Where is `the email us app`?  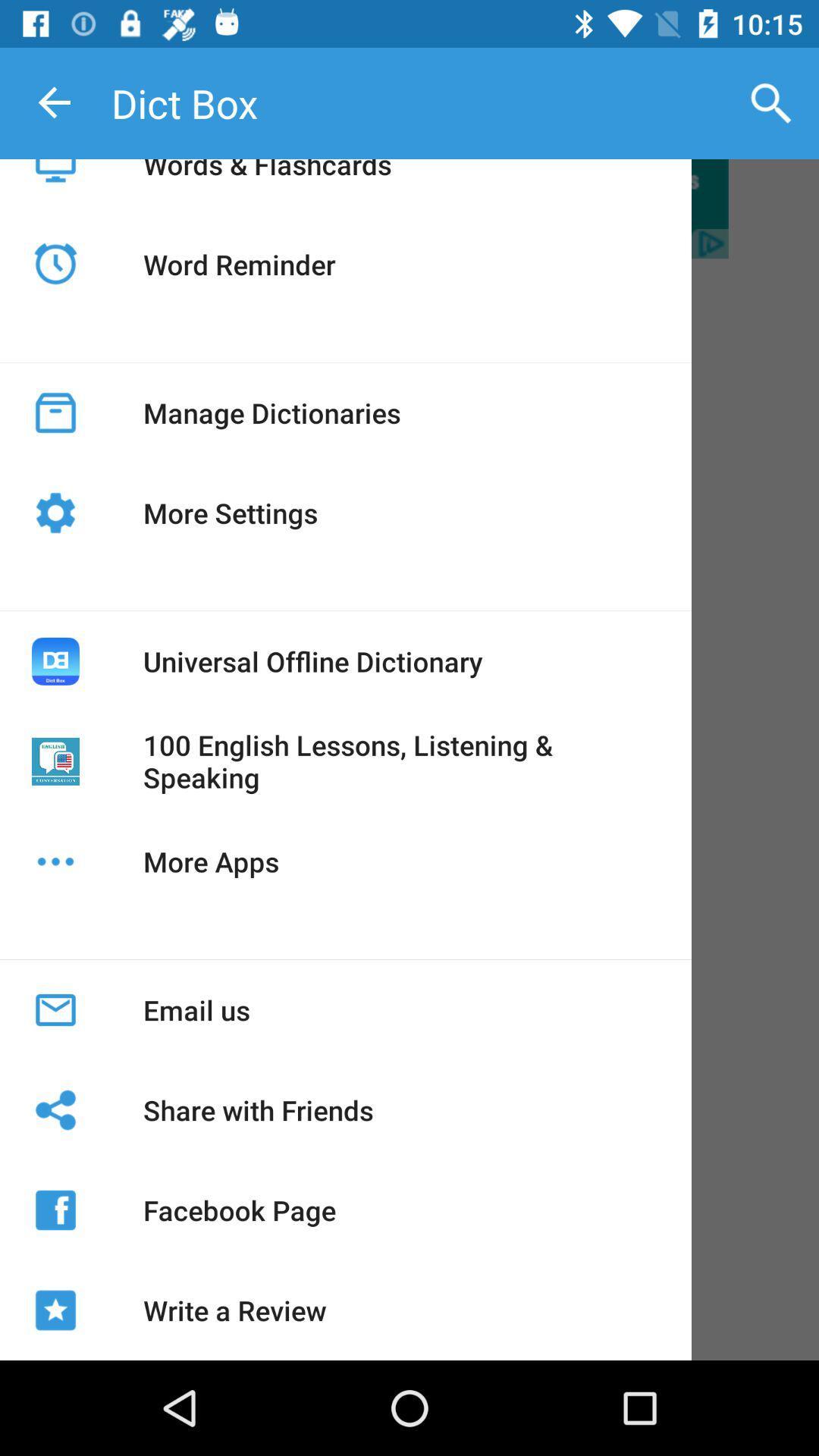
the email us app is located at coordinates (196, 1010).